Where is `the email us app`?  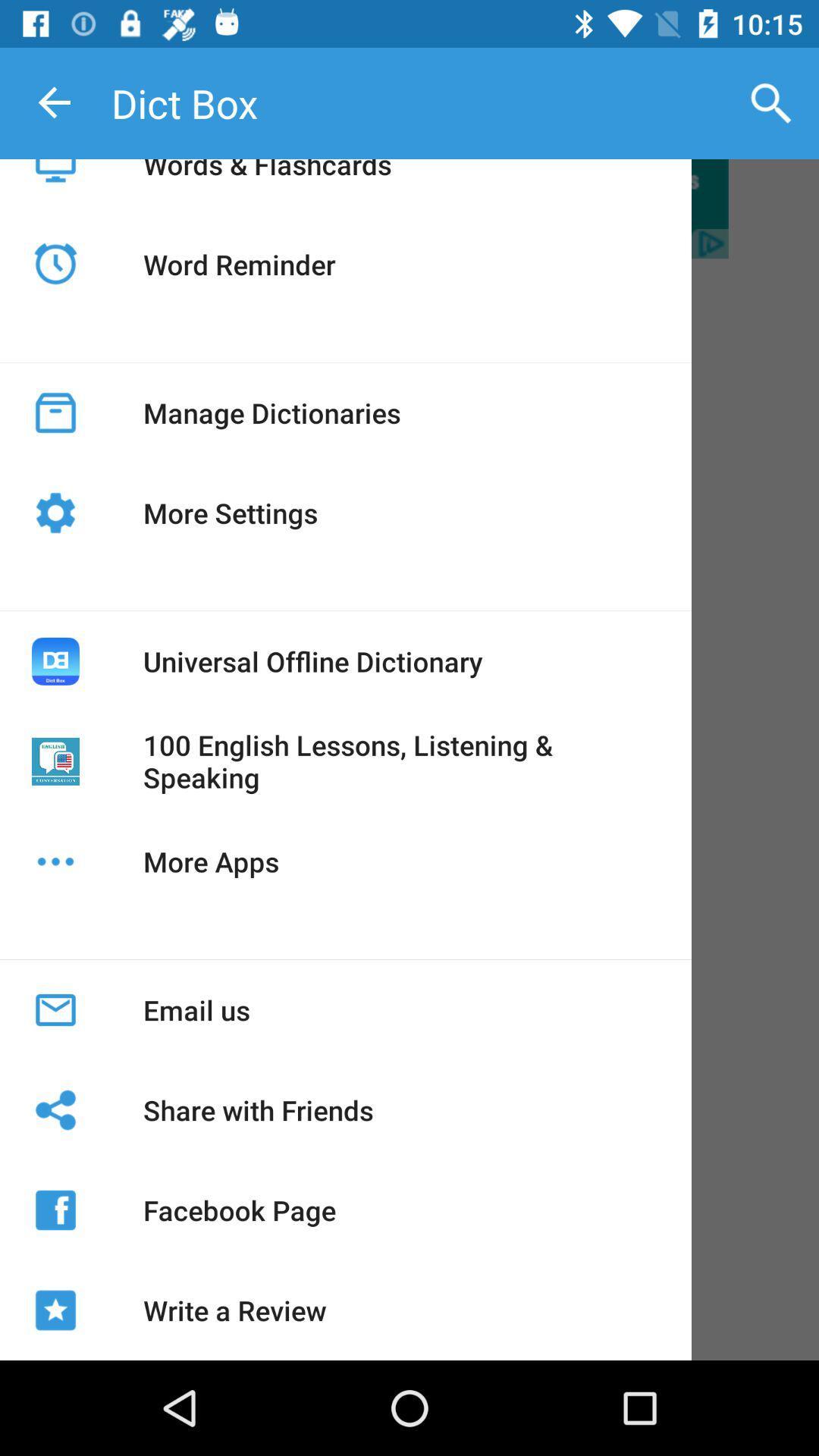
the email us app is located at coordinates (196, 1010).